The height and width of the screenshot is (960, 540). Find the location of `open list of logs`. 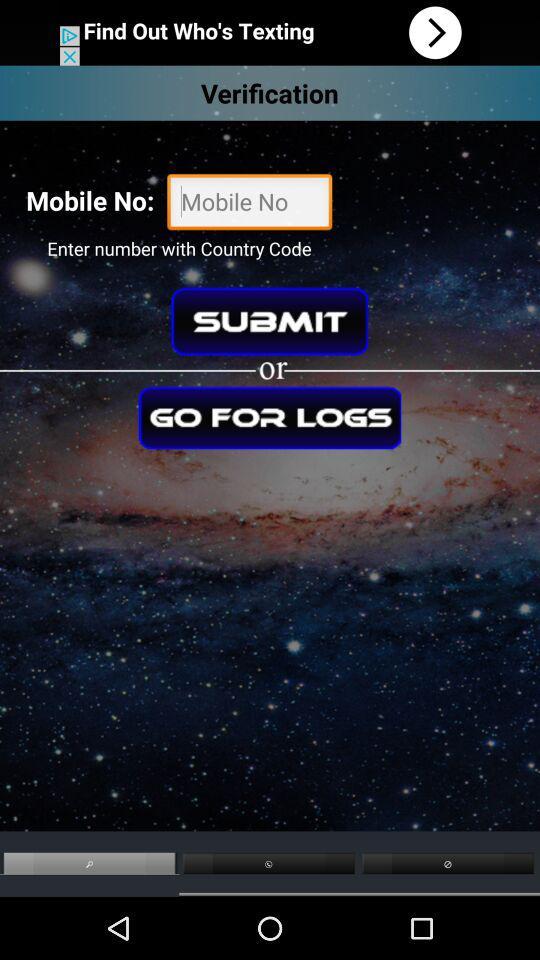

open list of logs is located at coordinates (270, 416).